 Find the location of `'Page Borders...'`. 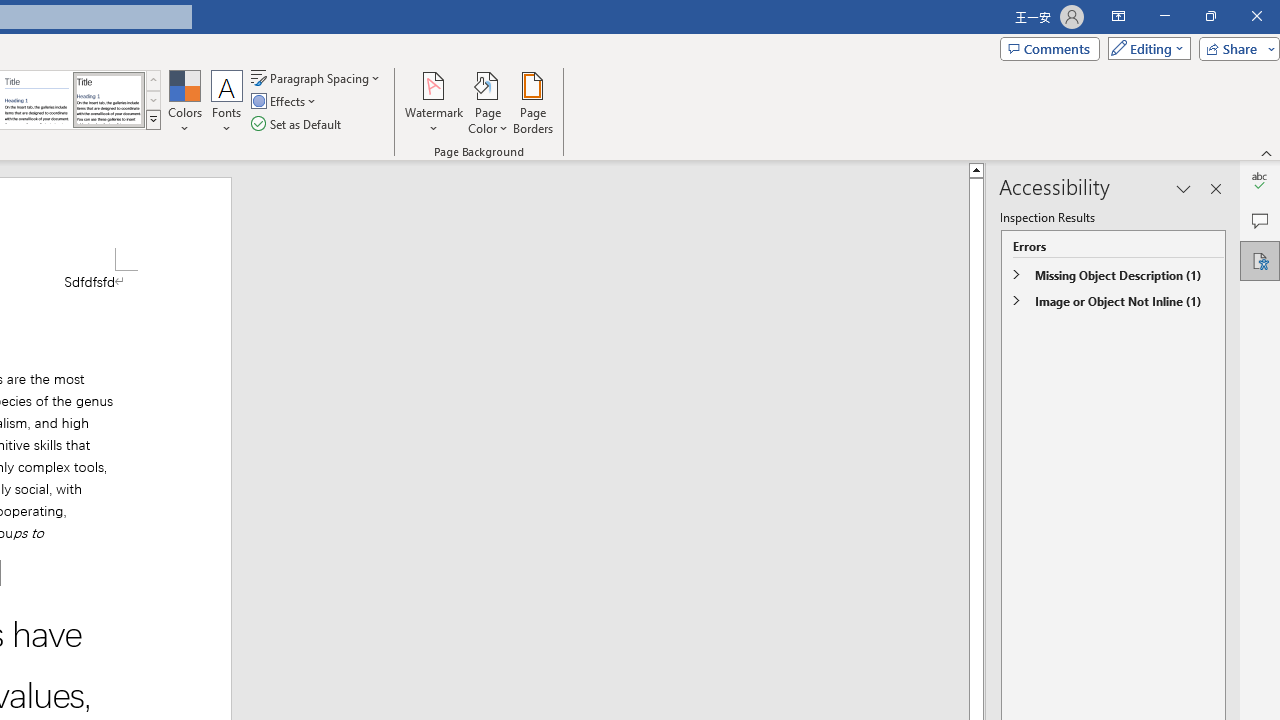

'Page Borders...' is located at coordinates (533, 103).